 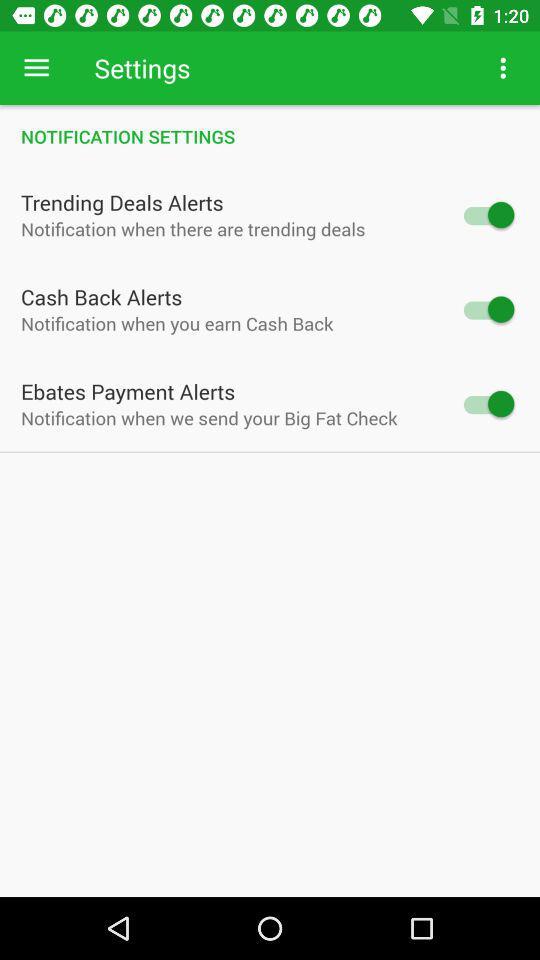 What do you see at coordinates (486, 309) in the screenshot?
I see `cash back alerts` at bounding box center [486, 309].